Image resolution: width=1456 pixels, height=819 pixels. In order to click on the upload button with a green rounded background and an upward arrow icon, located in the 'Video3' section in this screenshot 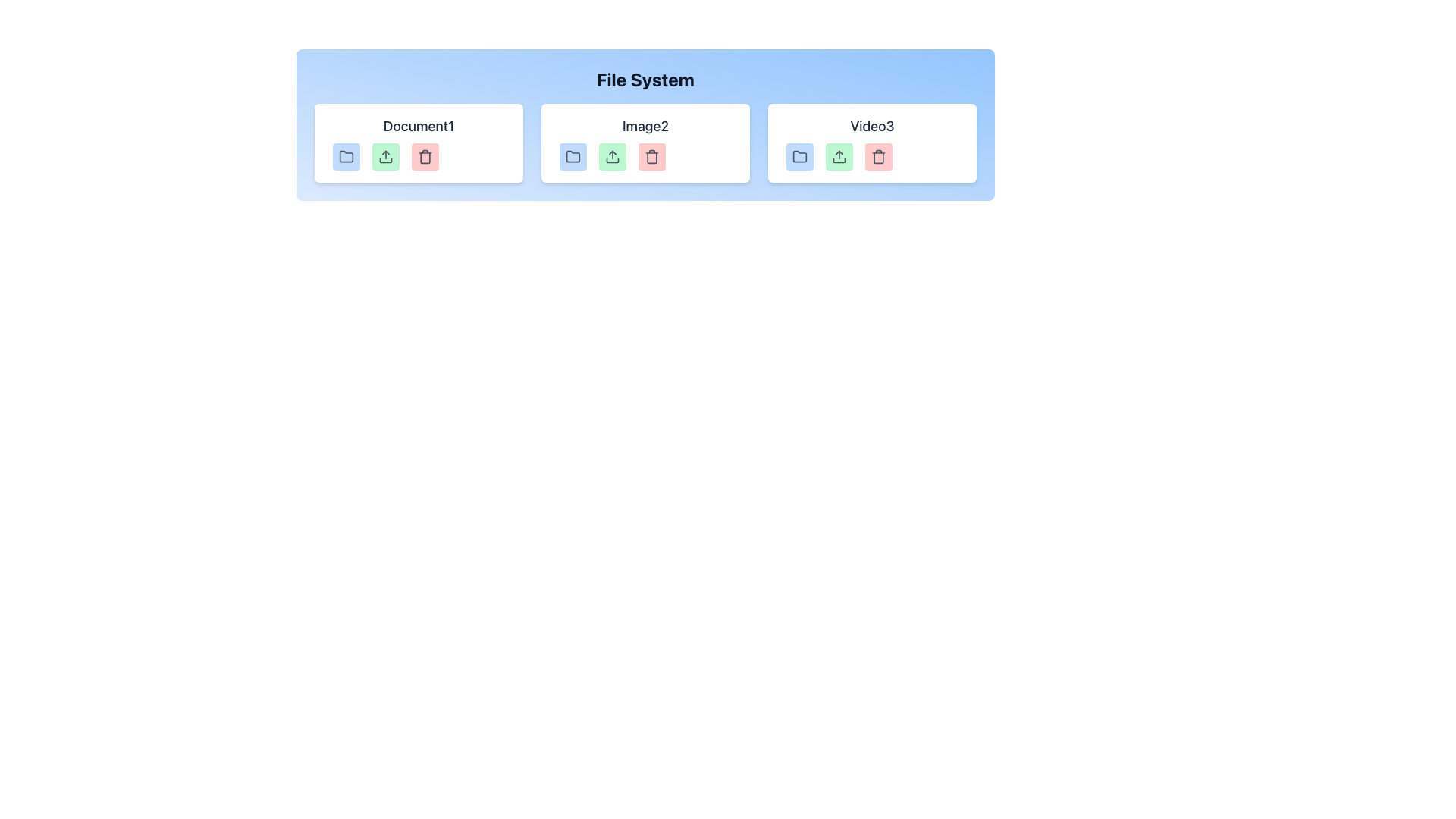, I will do `click(839, 157)`.